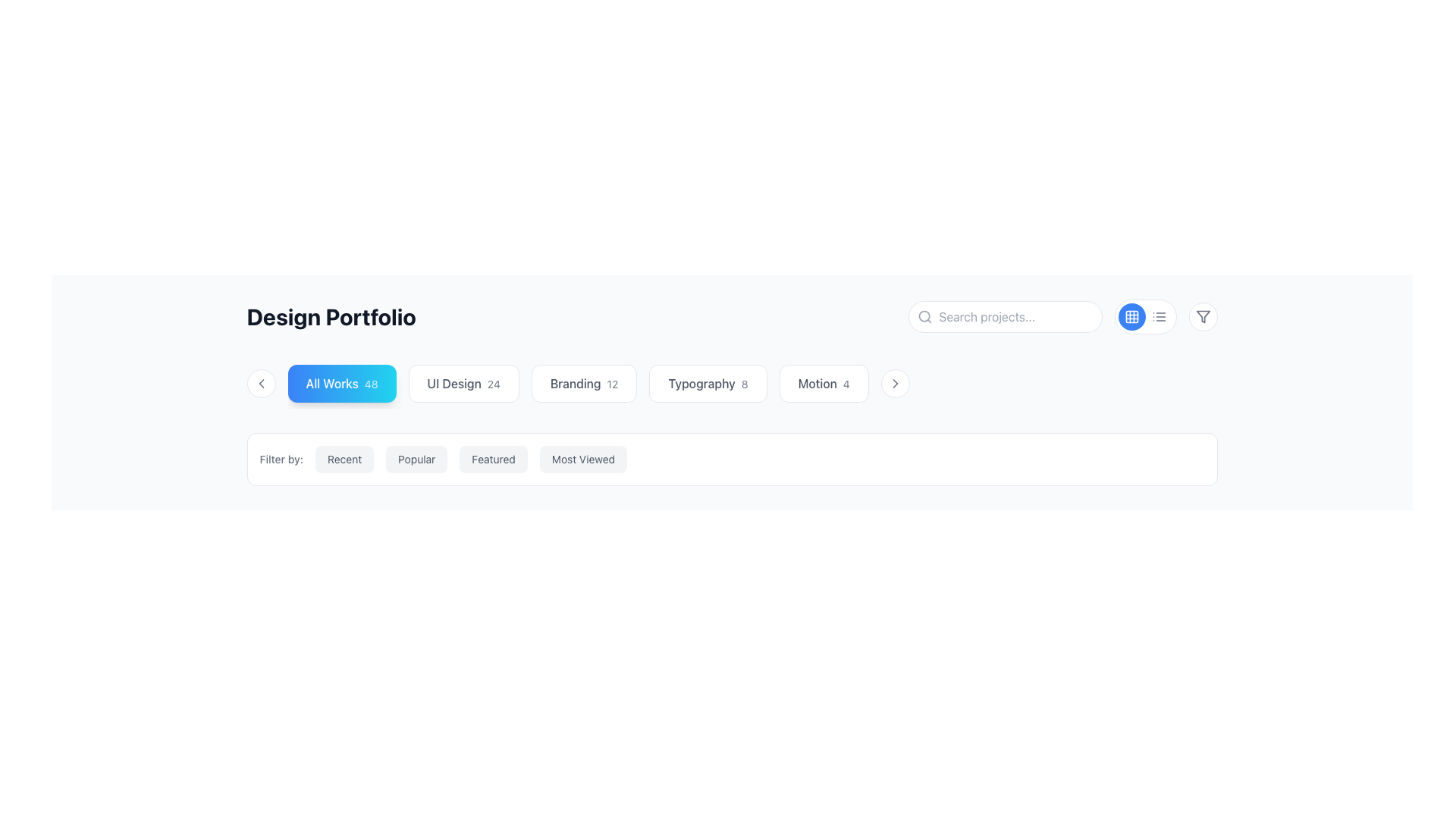 The width and height of the screenshot is (1456, 819). I want to click on the 'Motion' text label within the button component that categorizes content, located at the center of the page and situated to the right of other category buttons, so click(817, 382).